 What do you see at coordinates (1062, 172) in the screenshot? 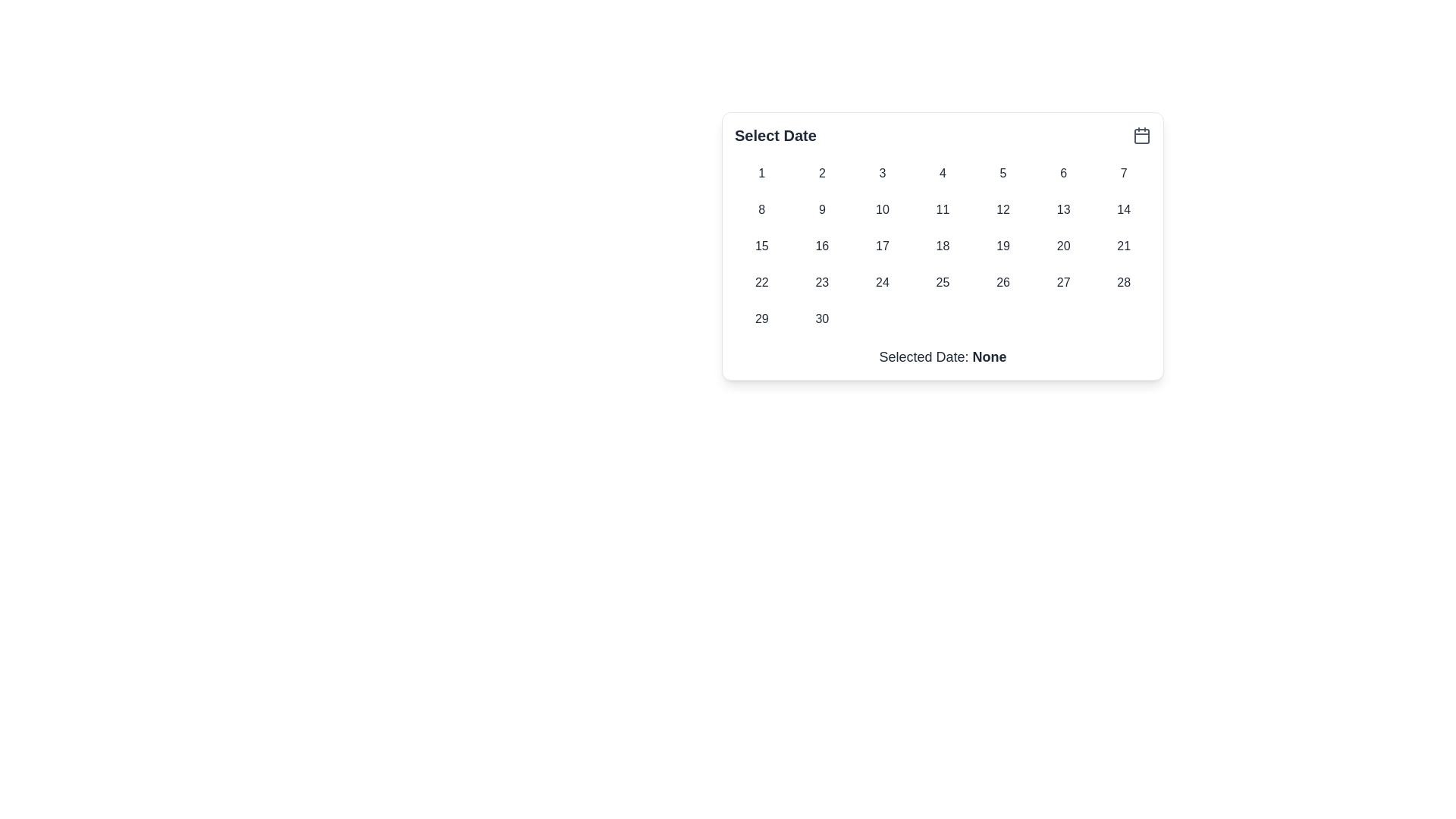
I see `the button labeled '6' in the date-picker interface` at bounding box center [1062, 172].